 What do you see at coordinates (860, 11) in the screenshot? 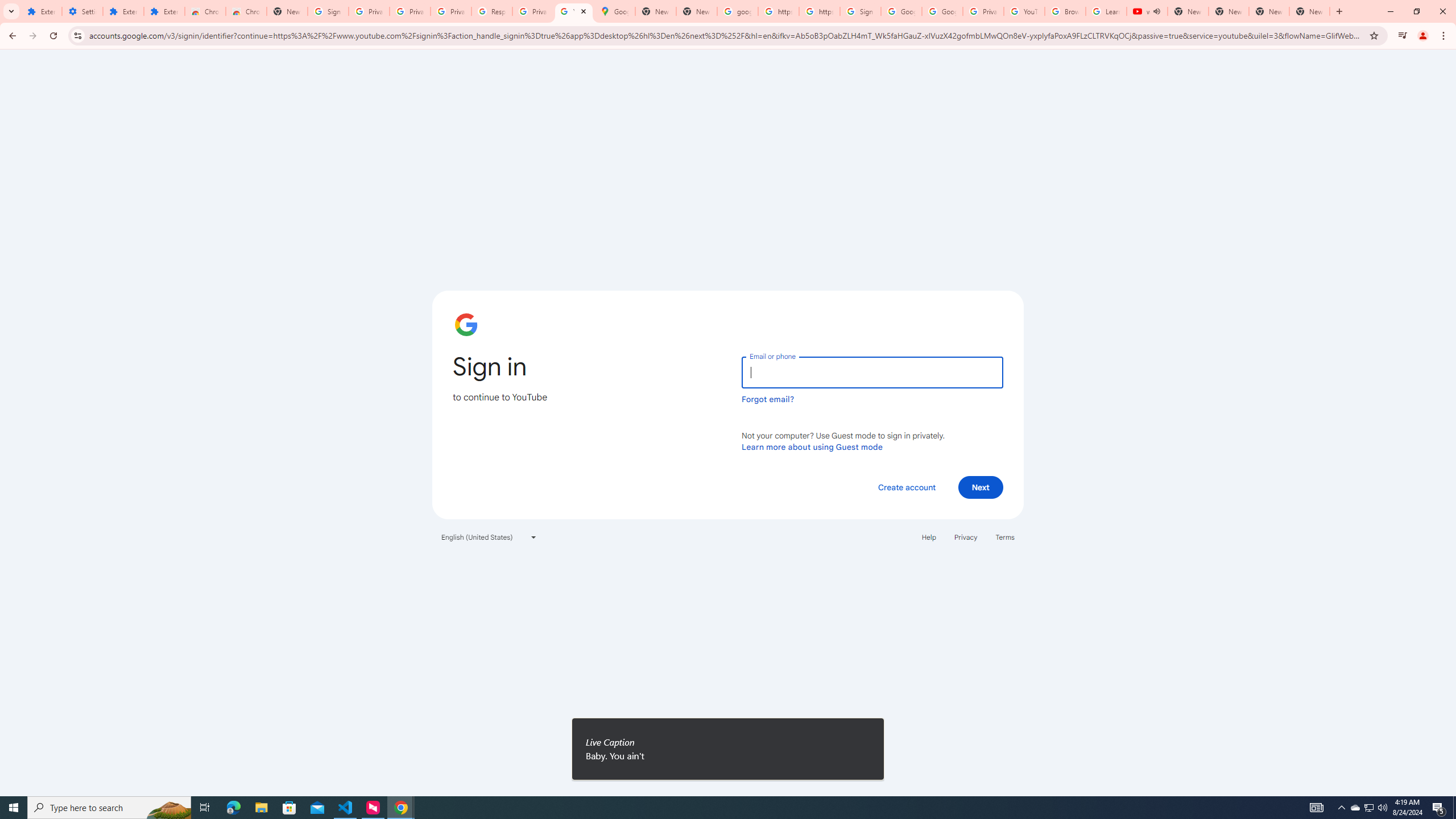
I see `'Sign in - Google Accounts'` at bounding box center [860, 11].